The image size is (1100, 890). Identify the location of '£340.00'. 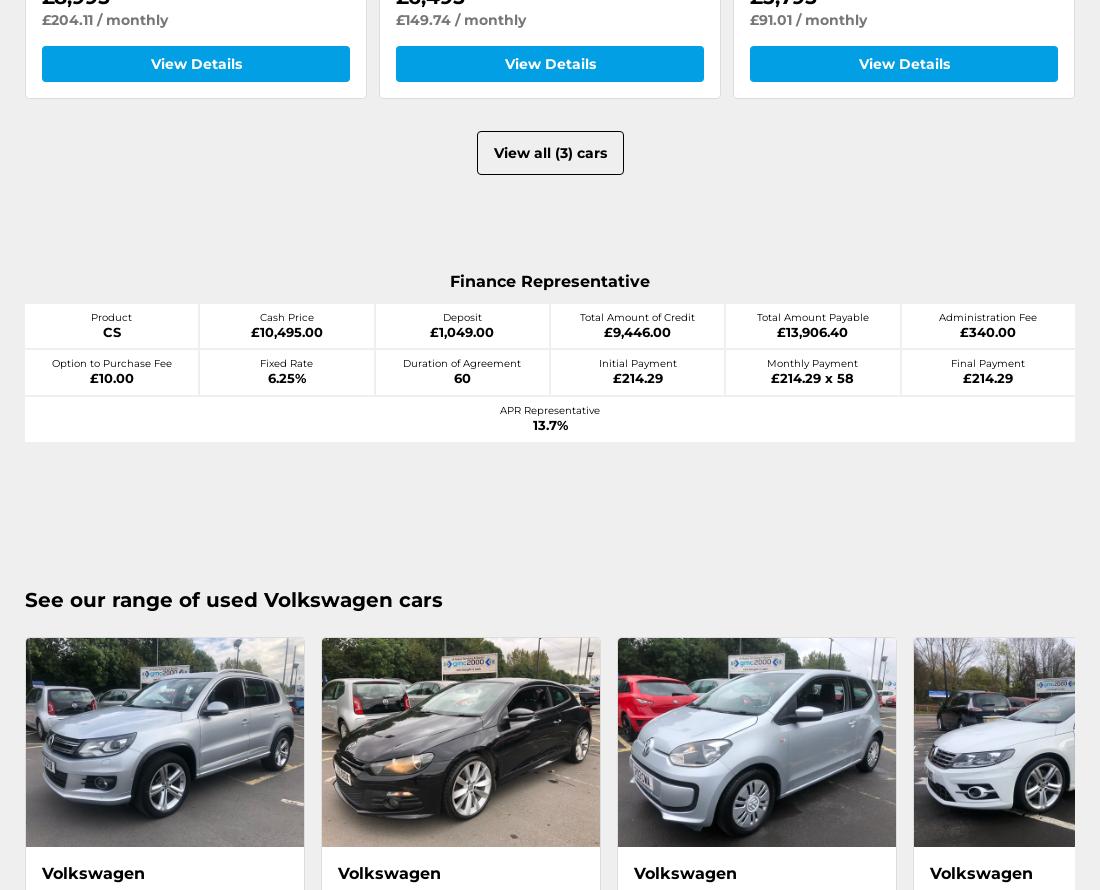
(987, 330).